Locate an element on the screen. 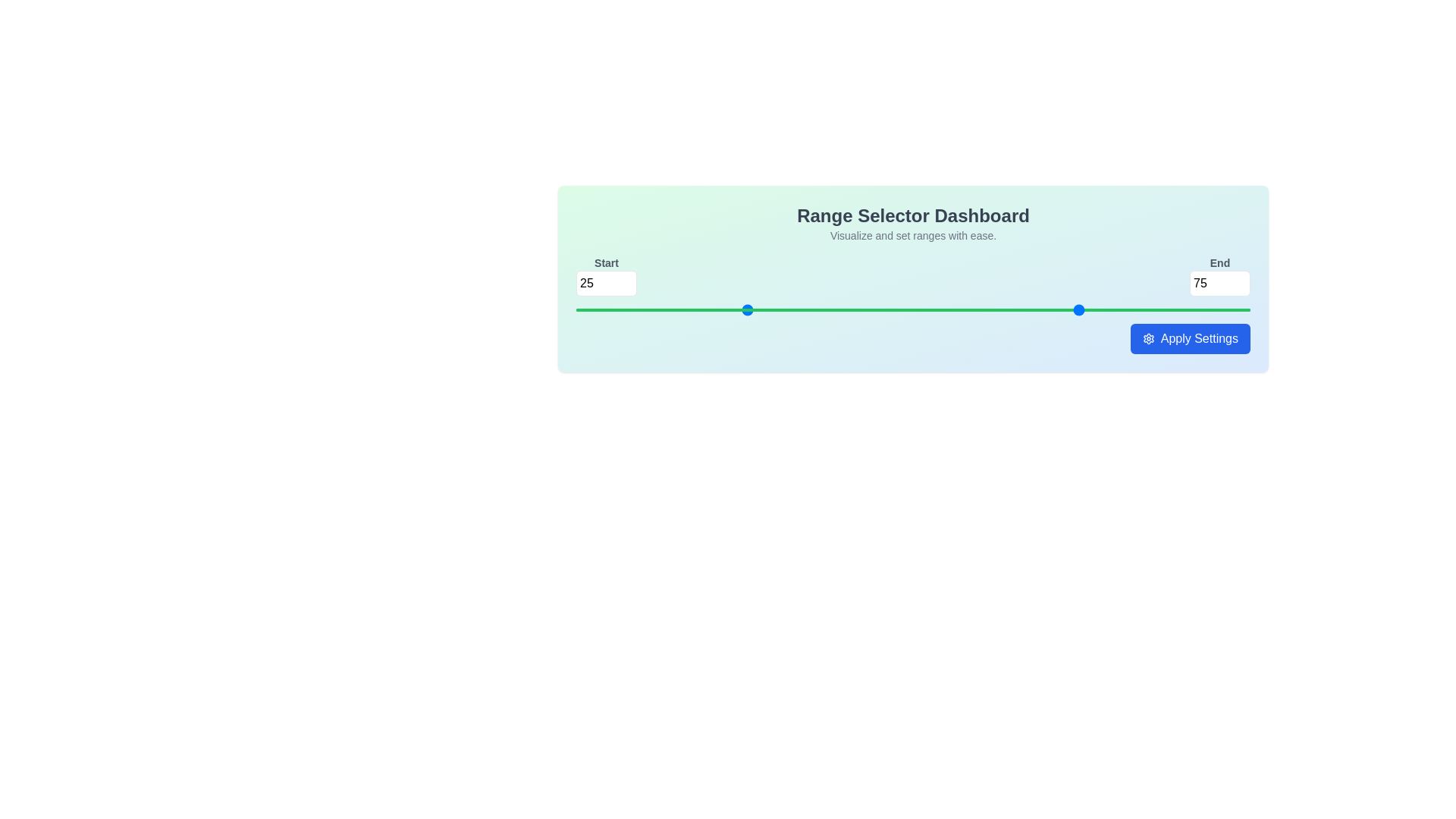 The height and width of the screenshot is (819, 1456). the interactive numerical input box for the starting value of the range selection to focus on it is located at coordinates (607, 275).